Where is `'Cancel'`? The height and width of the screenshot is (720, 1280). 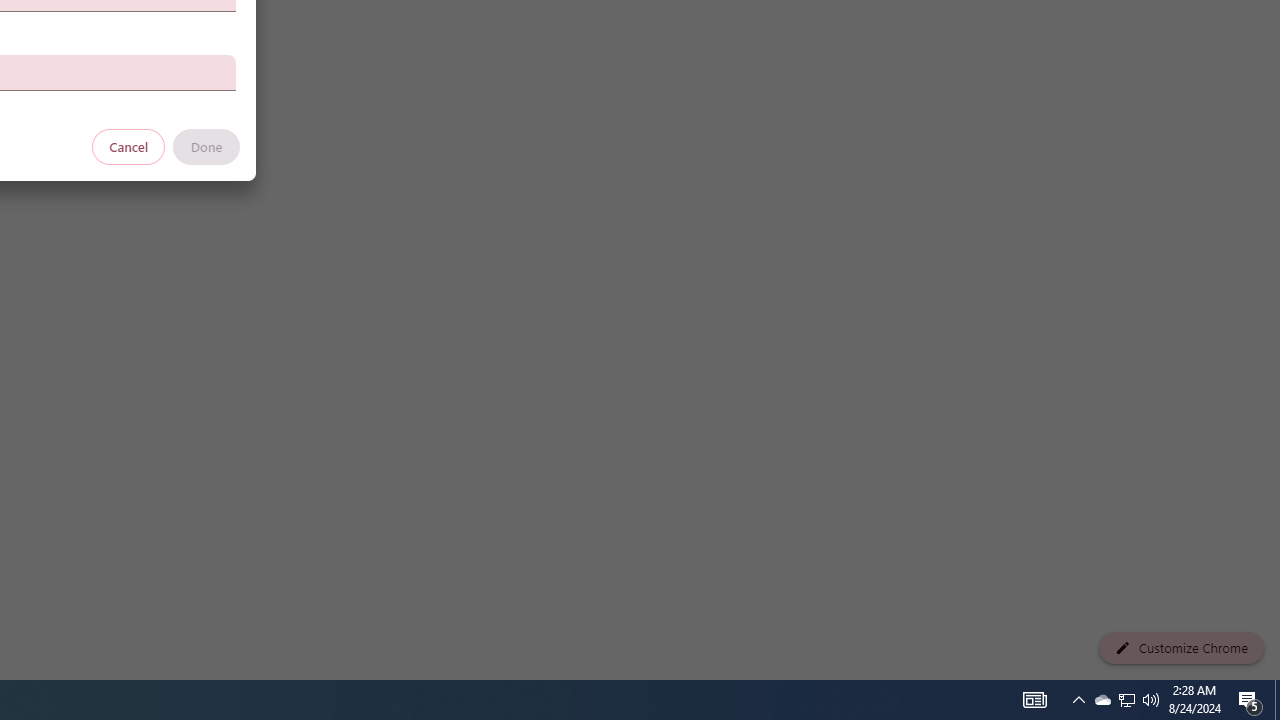 'Cancel' is located at coordinates (128, 145).